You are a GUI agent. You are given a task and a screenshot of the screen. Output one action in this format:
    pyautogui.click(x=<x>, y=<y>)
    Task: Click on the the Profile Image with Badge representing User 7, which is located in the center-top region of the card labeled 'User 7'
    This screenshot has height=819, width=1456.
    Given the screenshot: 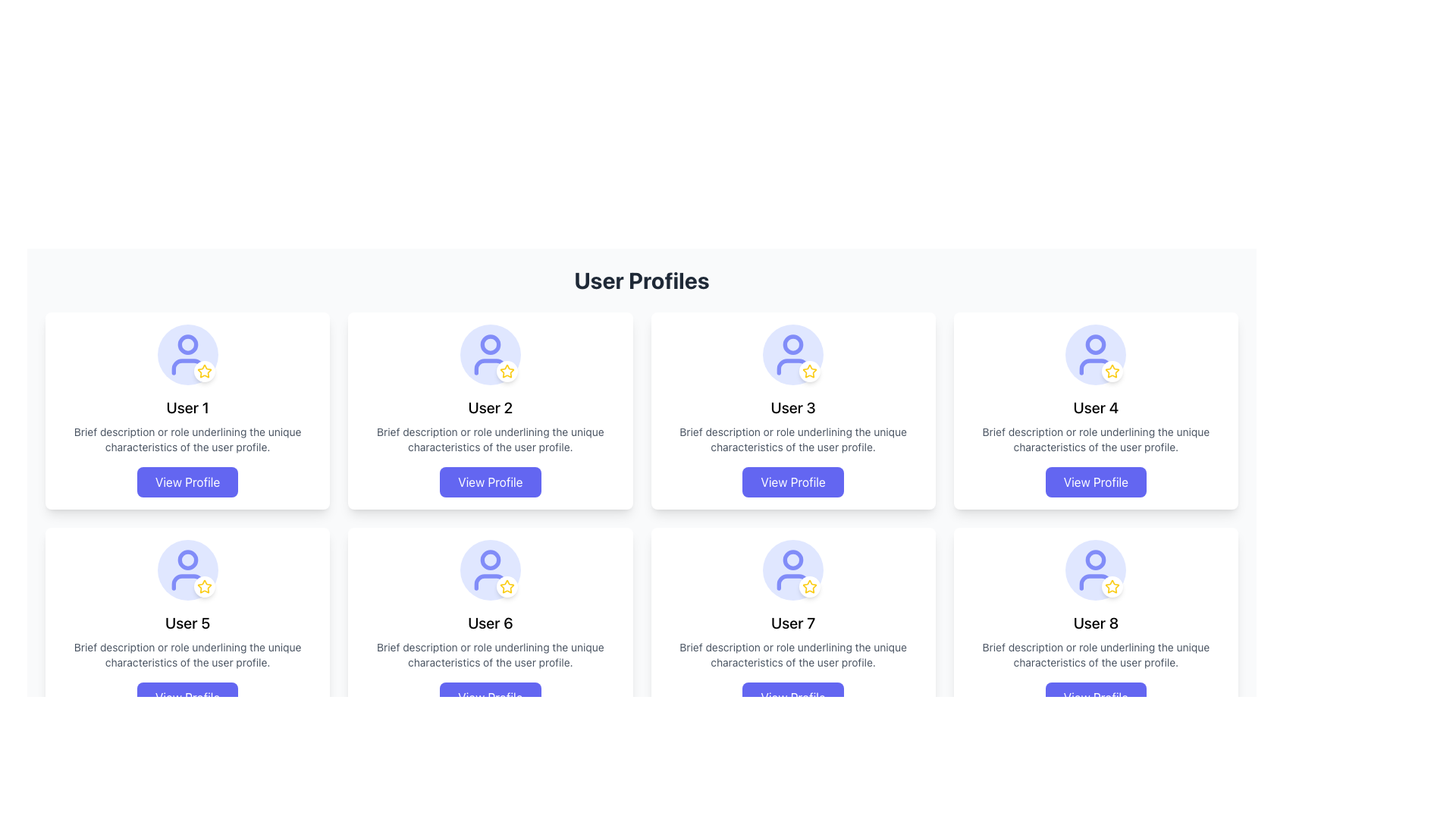 What is the action you would take?
    pyautogui.click(x=792, y=570)
    